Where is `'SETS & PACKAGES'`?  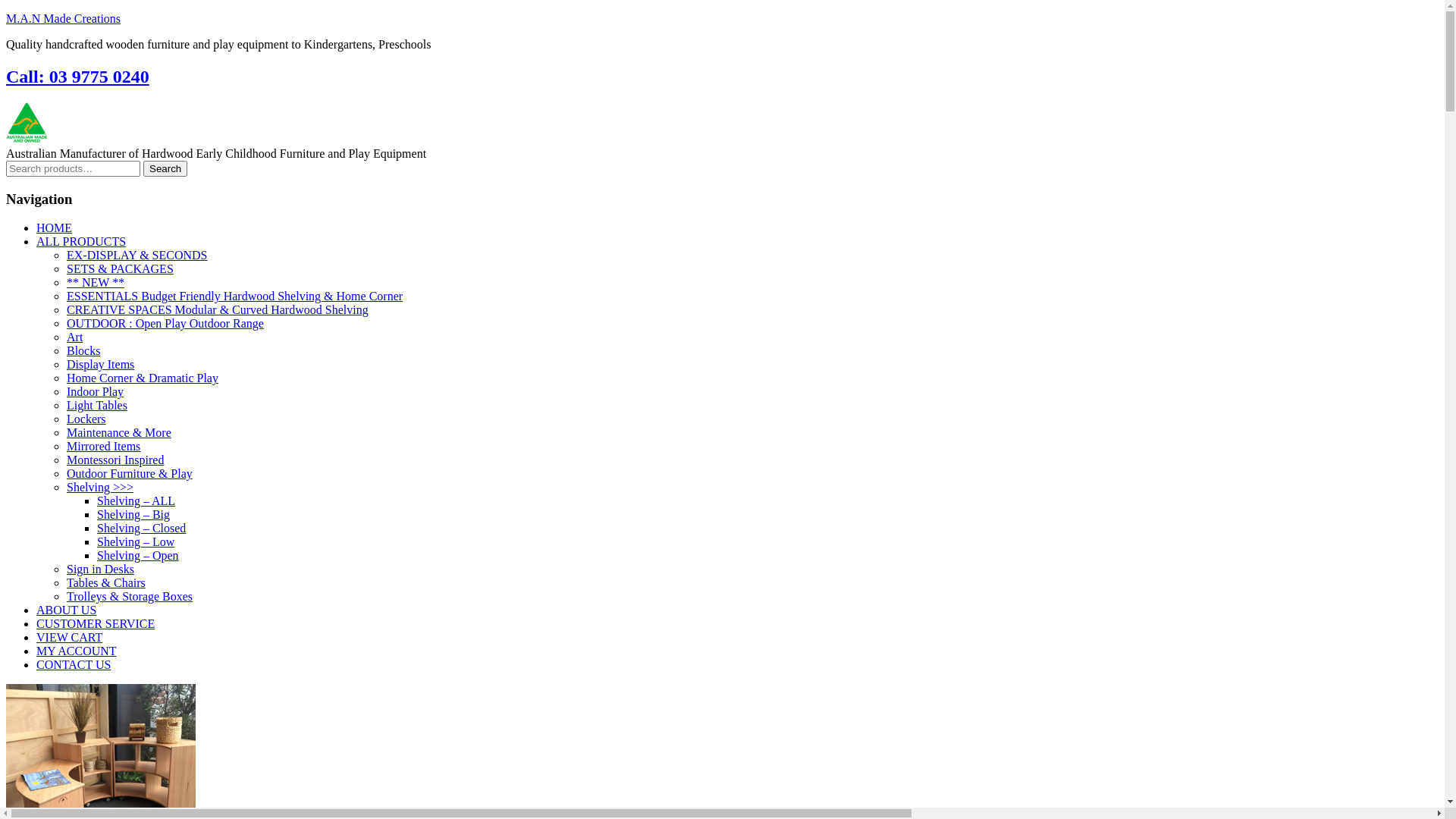 'SETS & PACKAGES' is located at coordinates (65, 268).